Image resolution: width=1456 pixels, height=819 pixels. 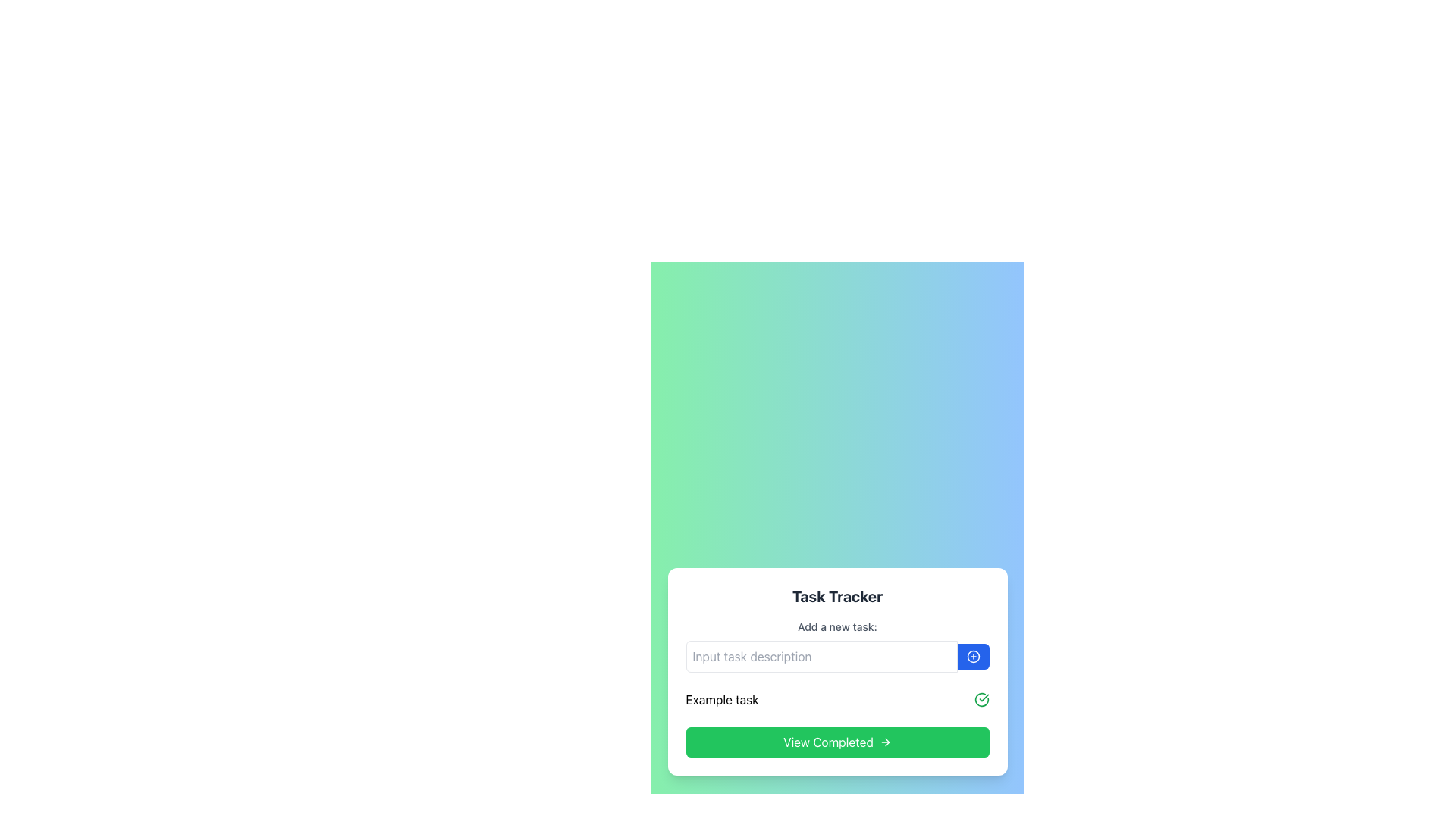 What do you see at coordinates (981, 699) in the screenshot?
I see `the circular green checkmark icon that is part of a task list, positioned to the right of the text item 'Example task'` at bounding box center [981, 699].